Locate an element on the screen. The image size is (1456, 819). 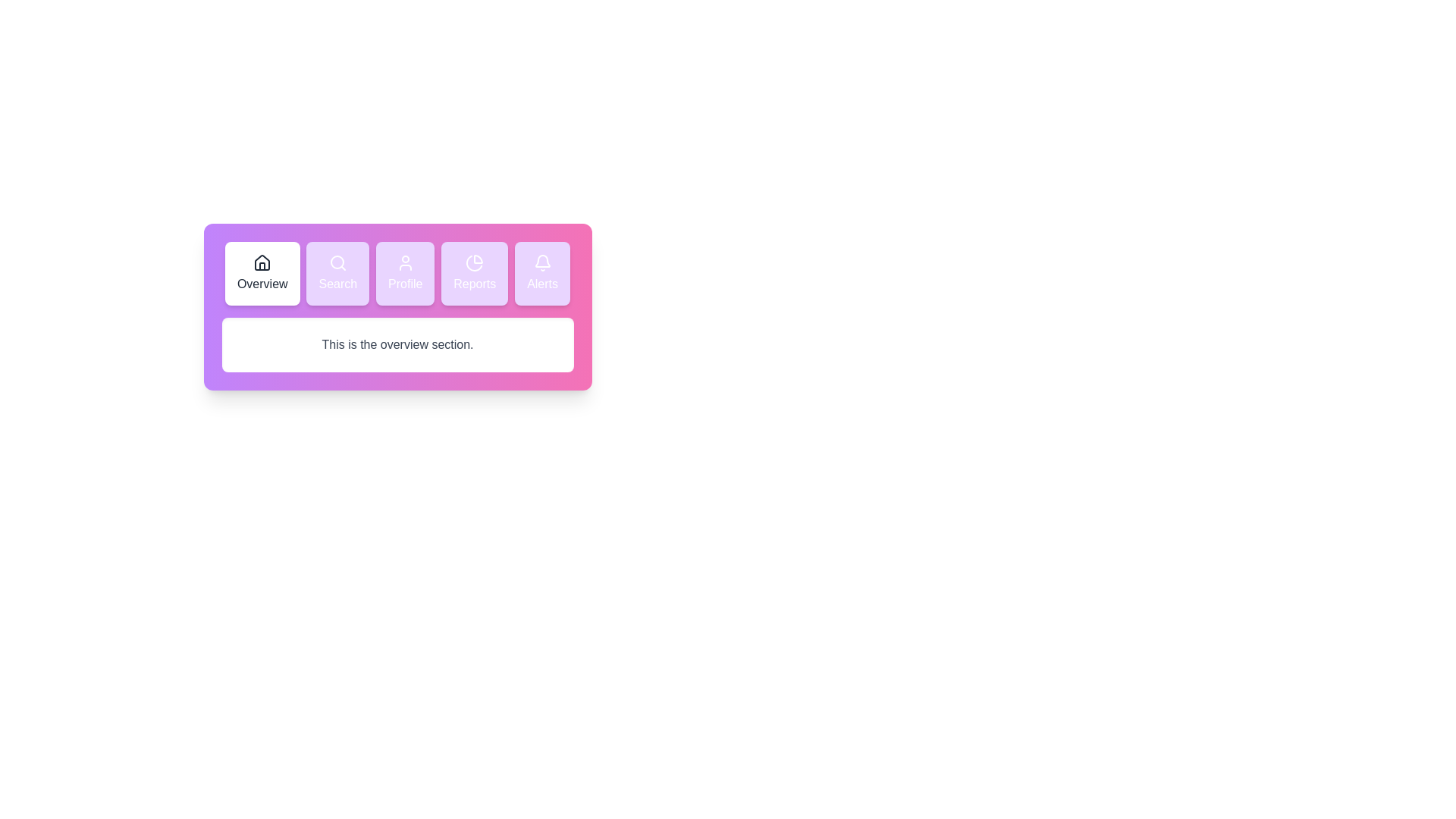
the first navigational button located at the top-left of the interface is located at coordinates (262, 274).